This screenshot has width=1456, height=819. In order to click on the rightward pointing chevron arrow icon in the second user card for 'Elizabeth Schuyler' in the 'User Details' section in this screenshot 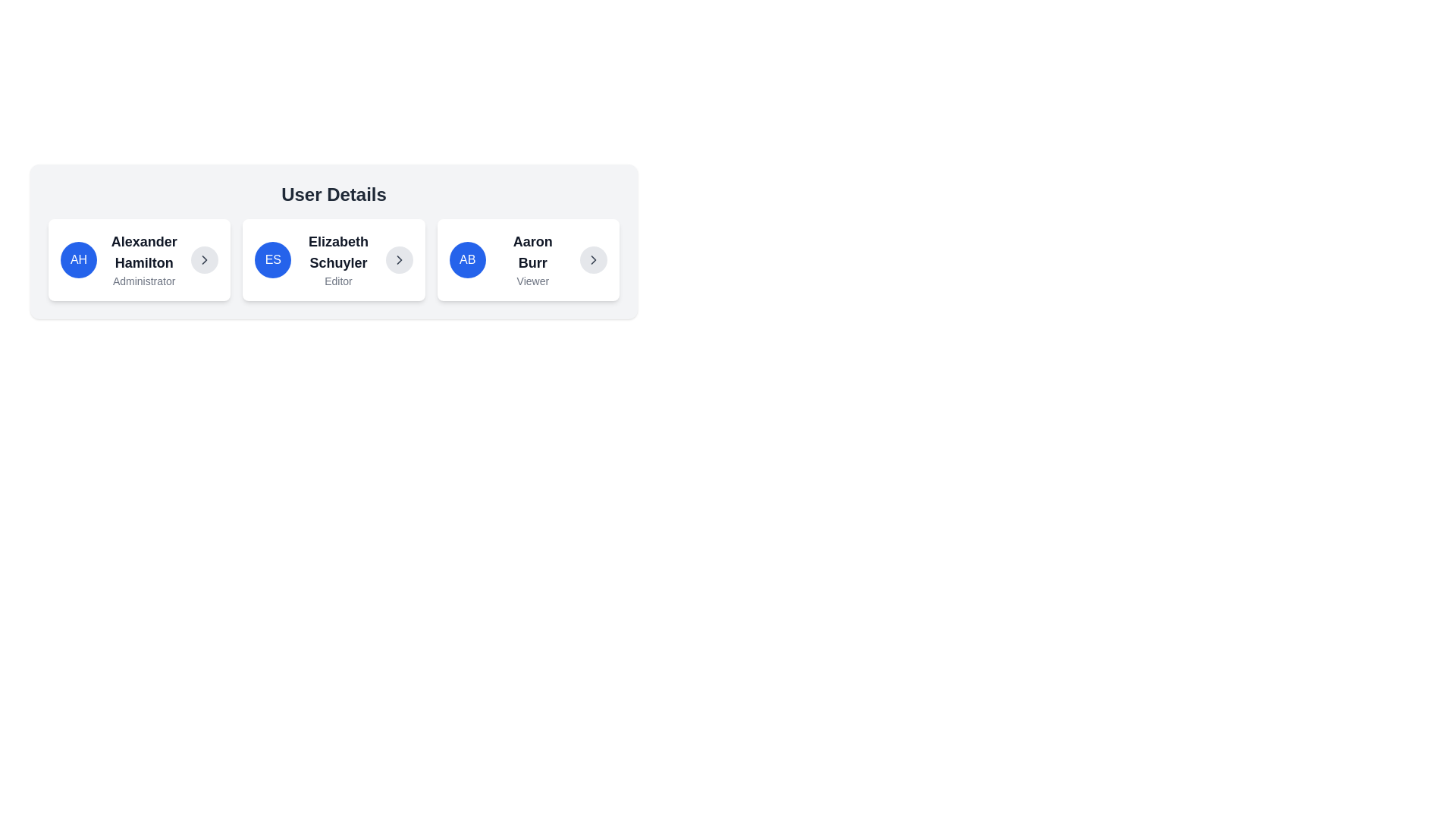, I will do `click(399, 259)`.